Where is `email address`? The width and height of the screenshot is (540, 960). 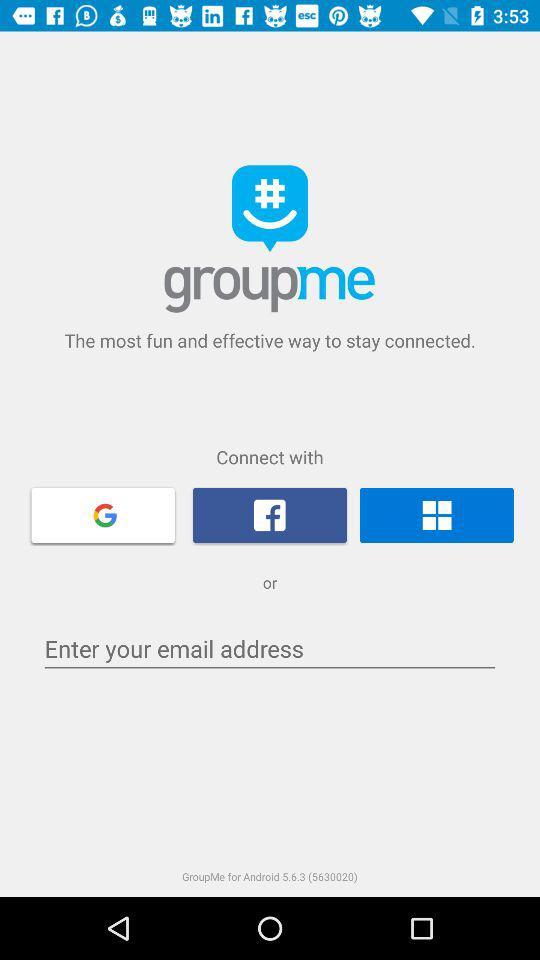 email address is located at coordinates (270, 648).